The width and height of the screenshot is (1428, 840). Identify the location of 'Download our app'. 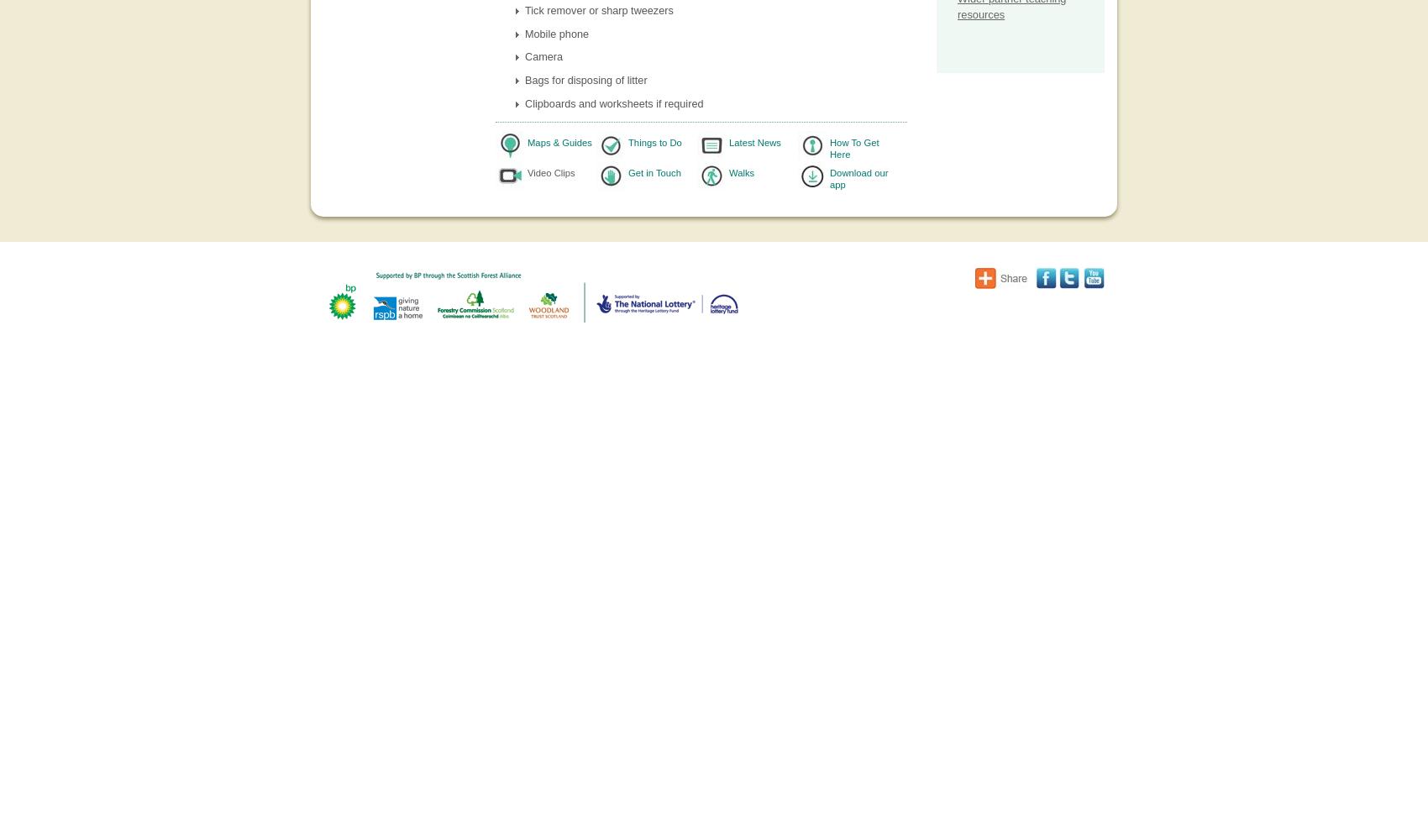
(858, 177).